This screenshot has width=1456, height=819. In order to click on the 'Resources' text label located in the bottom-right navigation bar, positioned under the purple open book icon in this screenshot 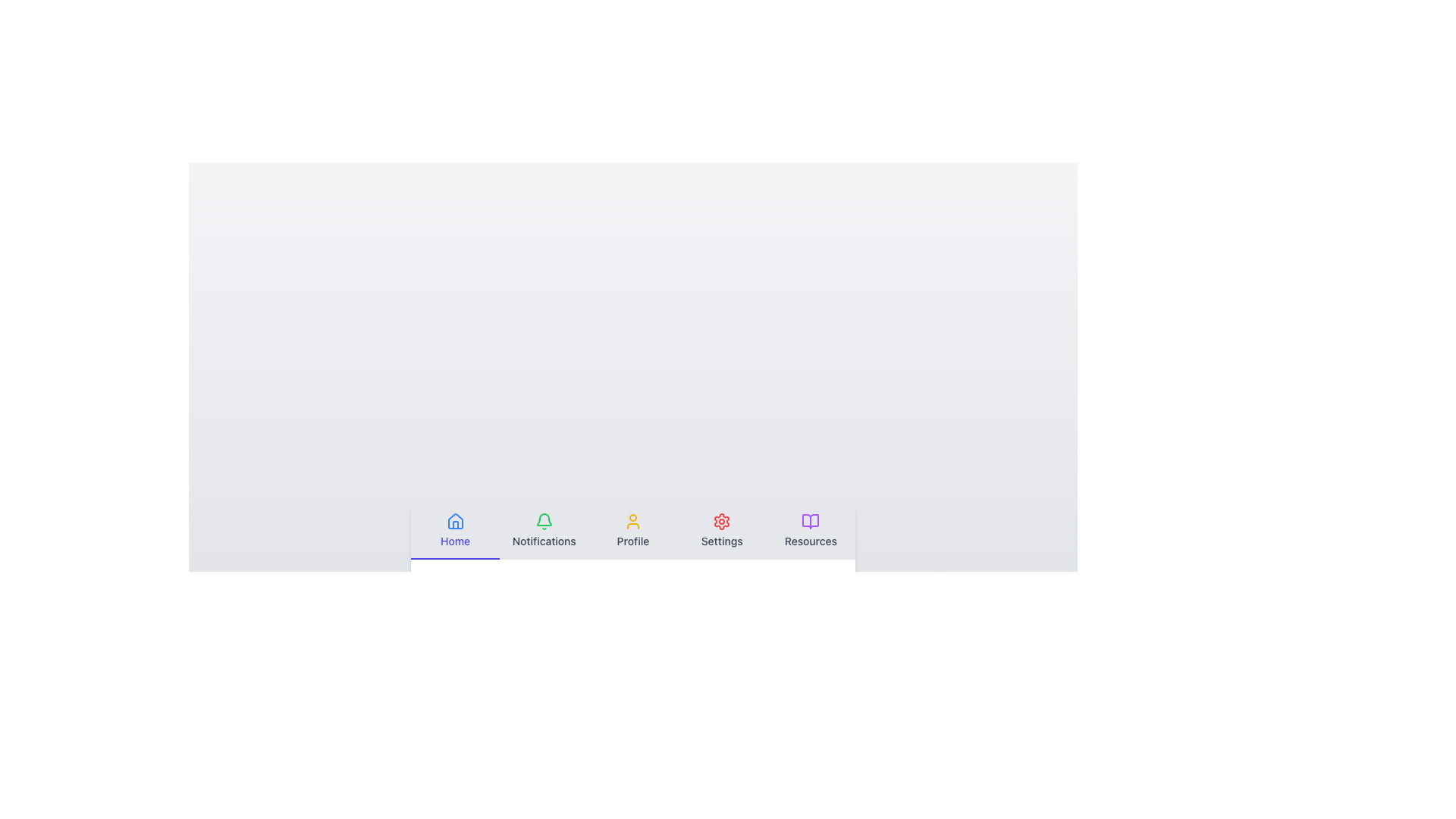, I will do `click(810, 540)`.